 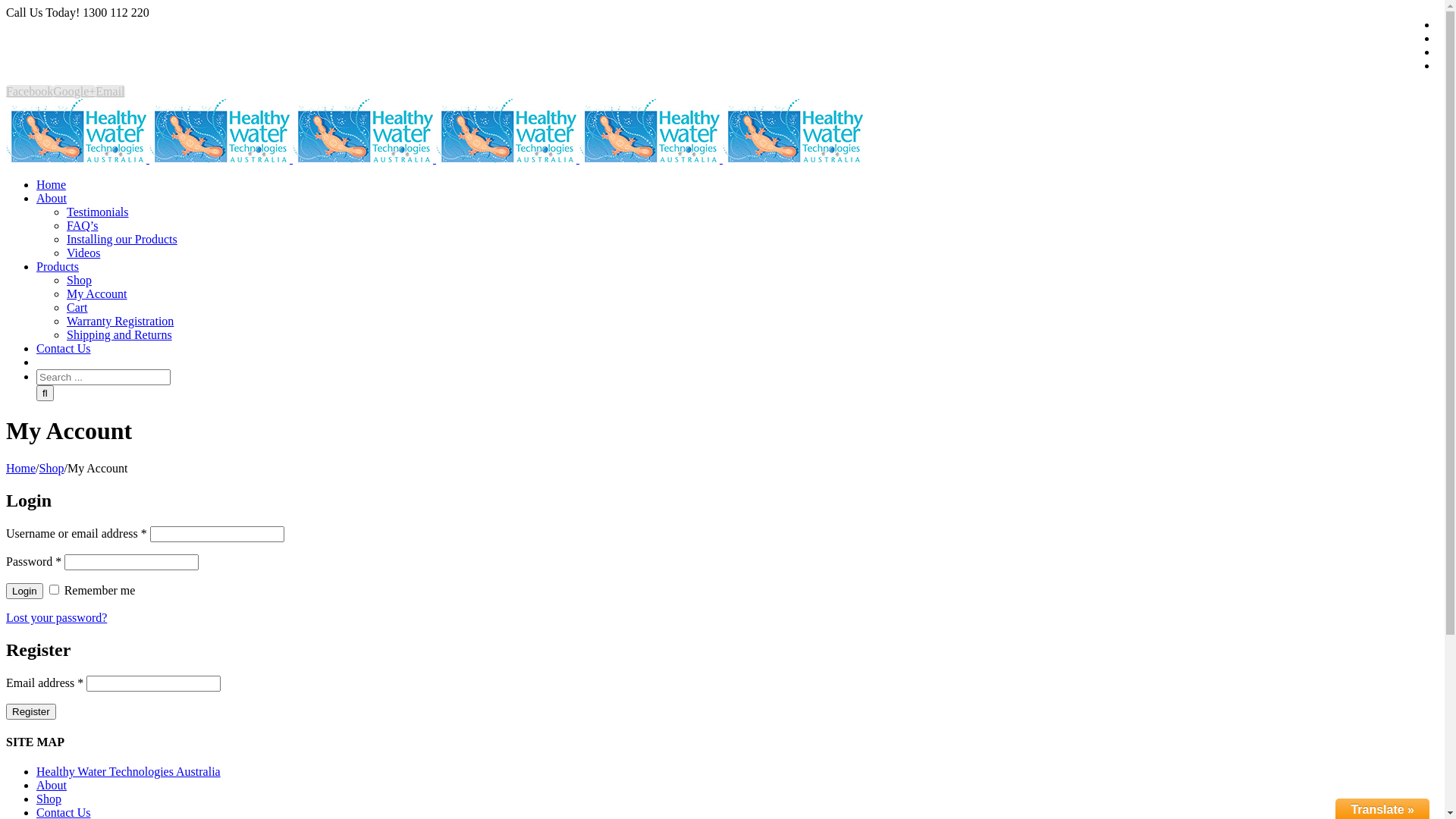 What do you see at coordinates (51, 184) in the screenshot?
I see `'Home'` at bounding box center [51, 184].